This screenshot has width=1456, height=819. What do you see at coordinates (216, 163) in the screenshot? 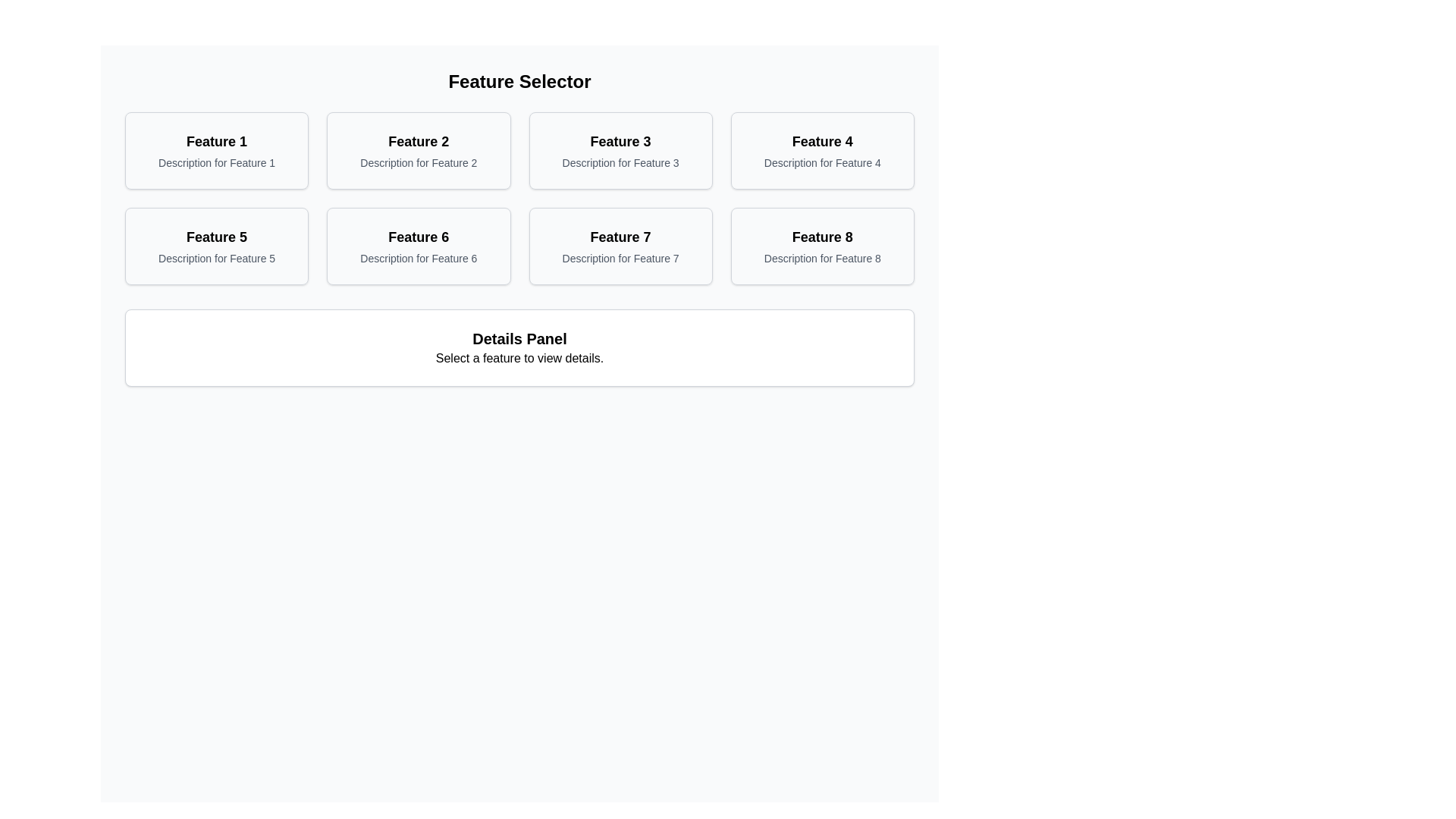
I see `the text label displaying 'Description for Feature 1' located under the header 'Feature 1' in the top-left card of a 2x4 grid` at bounding box center [216, 163].